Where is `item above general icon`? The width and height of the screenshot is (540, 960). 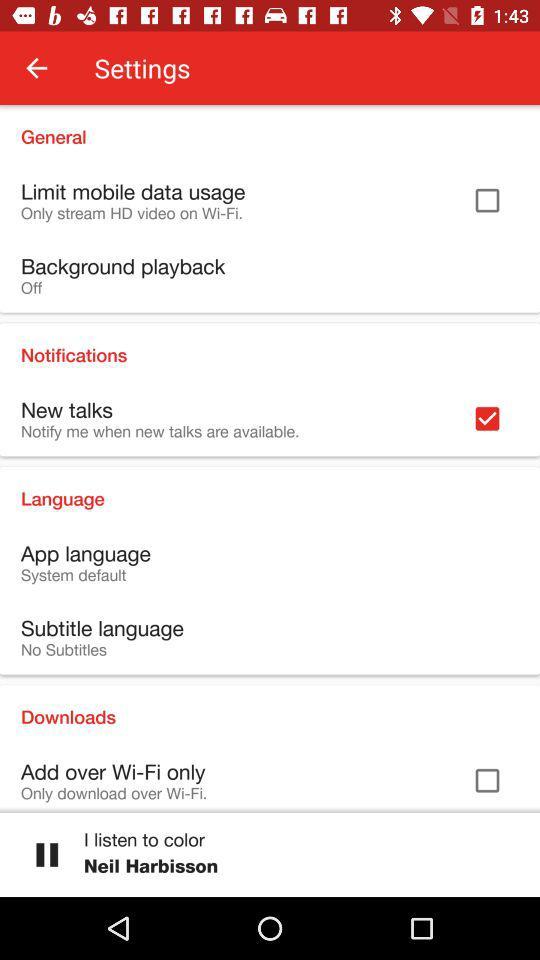 item above general icon is located at coordinates (36, 68).